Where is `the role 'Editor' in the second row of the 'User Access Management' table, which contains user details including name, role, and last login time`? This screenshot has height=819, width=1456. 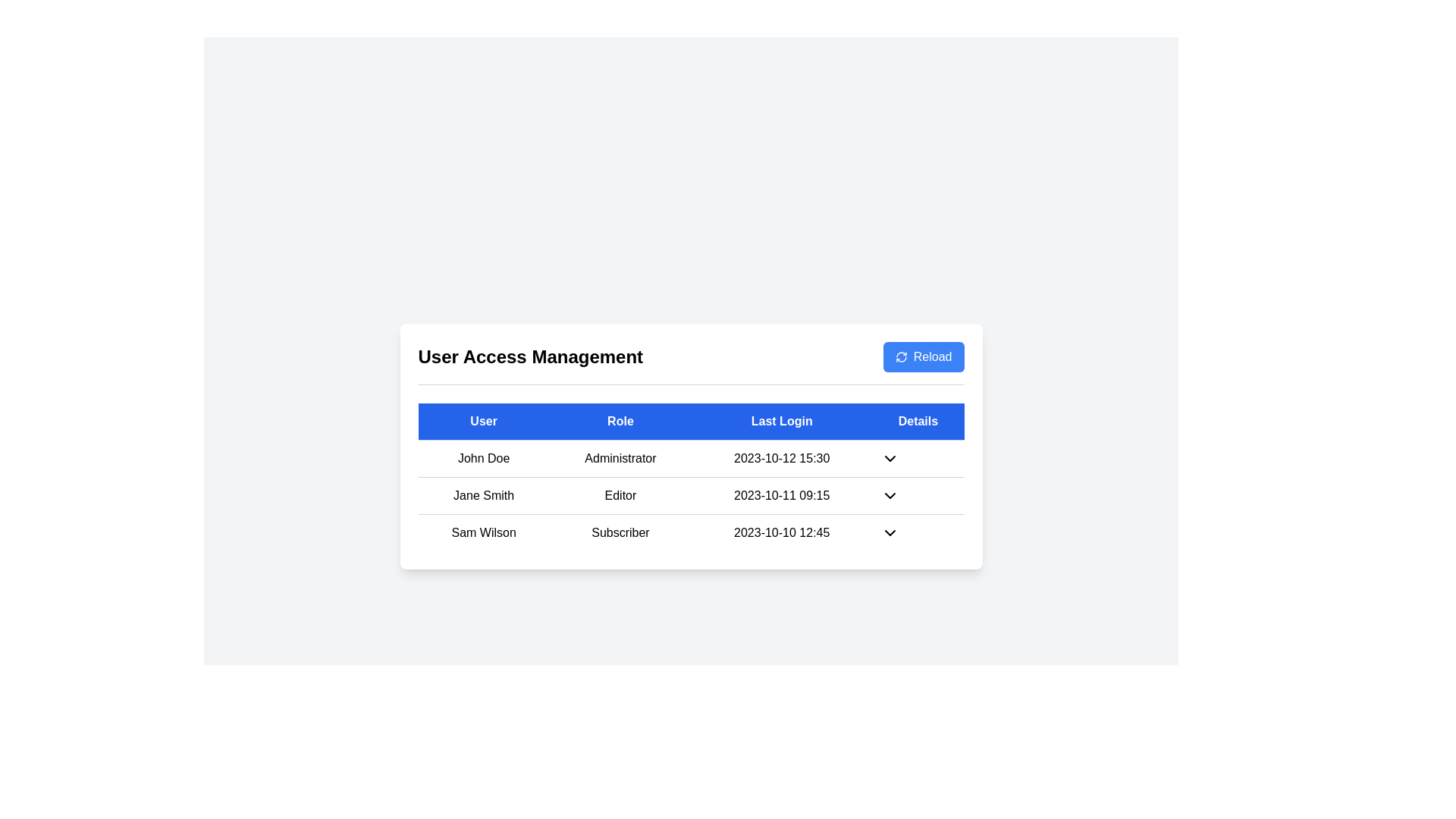
the role 'Editor' in the second row of the 'User Access Management' table, which contains user details including name, role, and last login time is located at coordinates (690, 495).